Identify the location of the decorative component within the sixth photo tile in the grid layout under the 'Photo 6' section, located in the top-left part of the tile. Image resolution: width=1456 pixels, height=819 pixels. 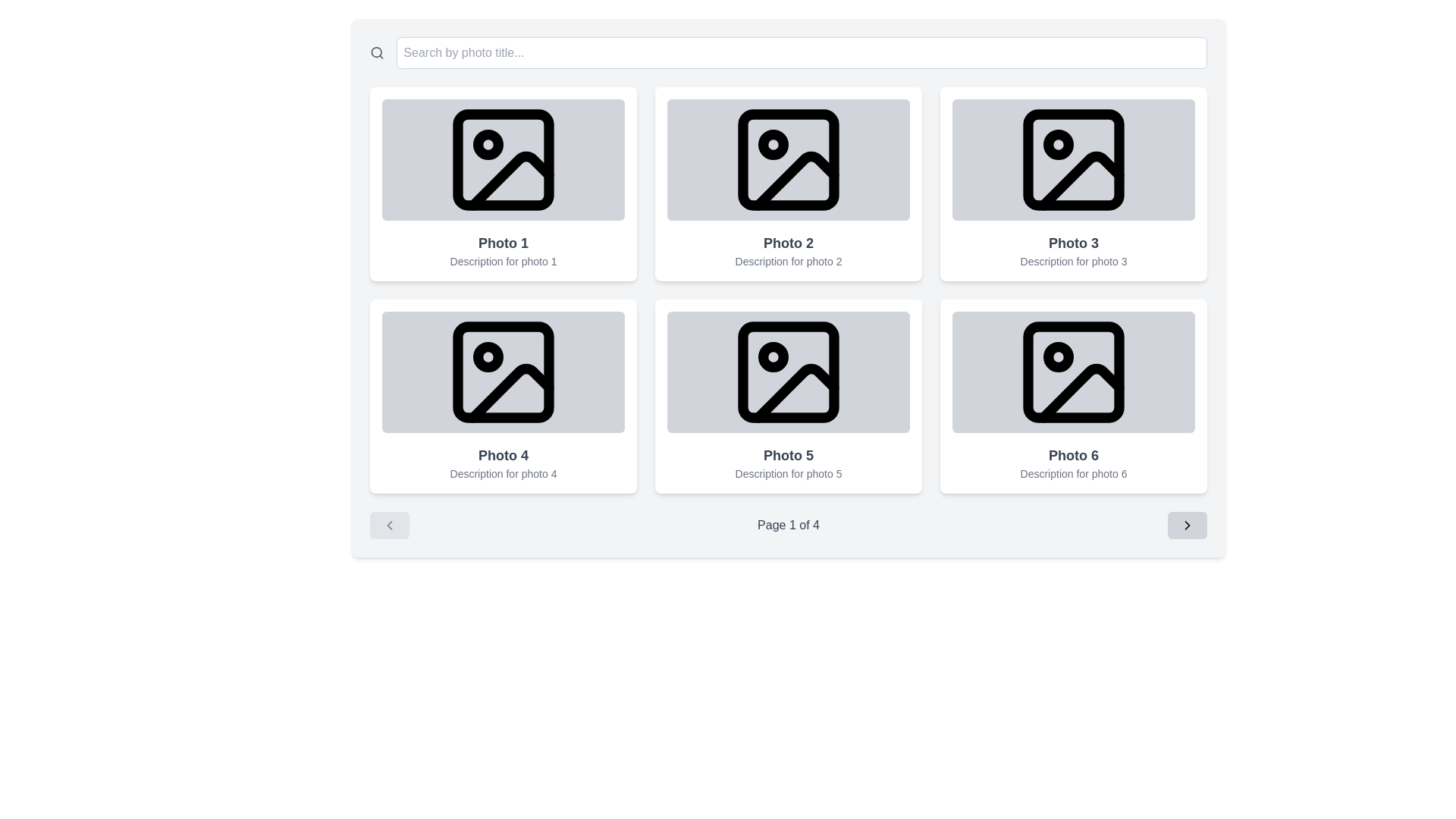
(1058, 356).